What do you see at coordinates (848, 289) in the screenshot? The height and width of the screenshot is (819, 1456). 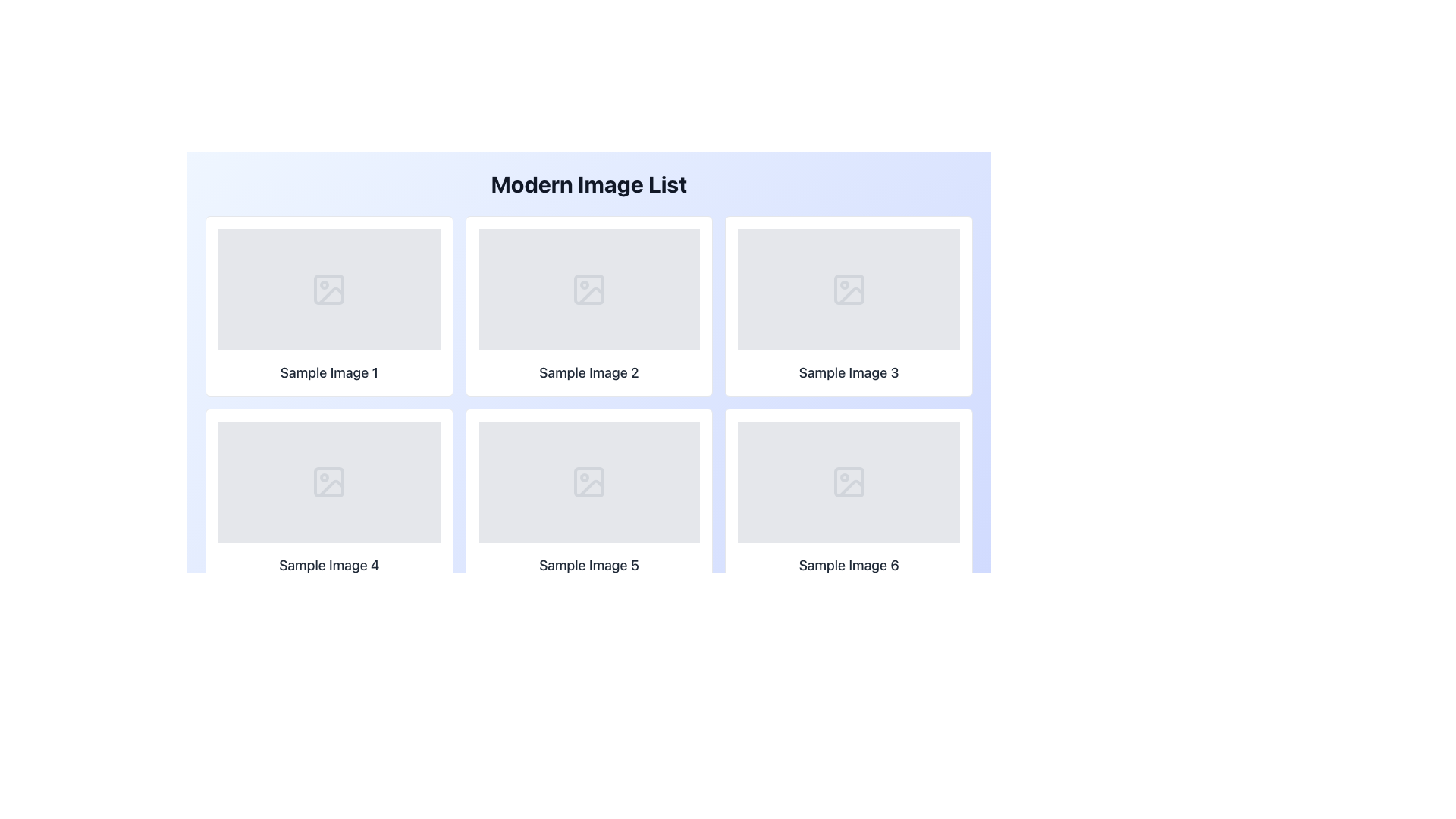 I see `the small gray rectangle with rounded corners that serves as a graphical placeholder, located in the top-left section of the 'Sample Image 3' within a grid of six images` at bounding box center [848, 289].